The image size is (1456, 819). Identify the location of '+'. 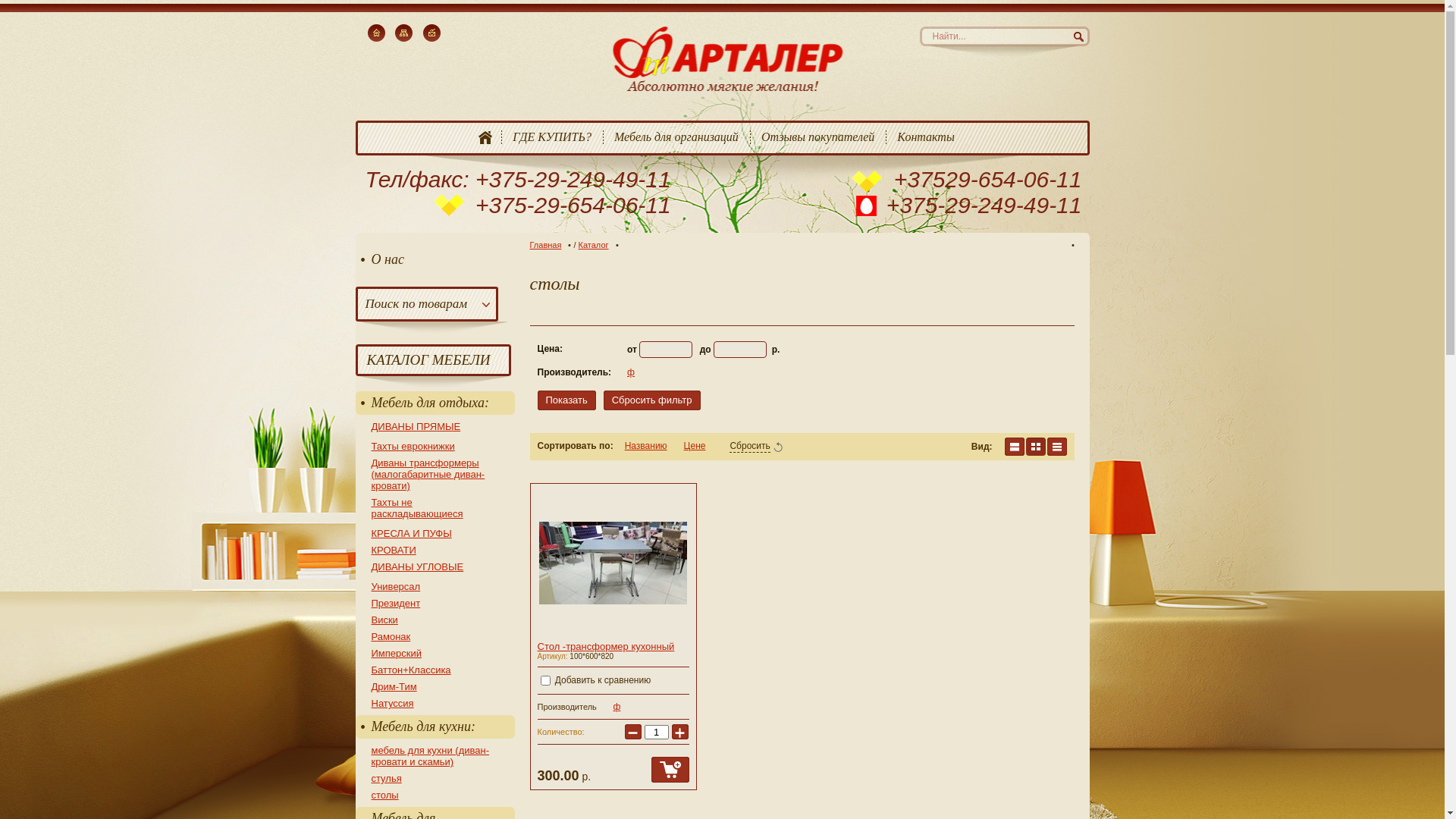
(671, 730).